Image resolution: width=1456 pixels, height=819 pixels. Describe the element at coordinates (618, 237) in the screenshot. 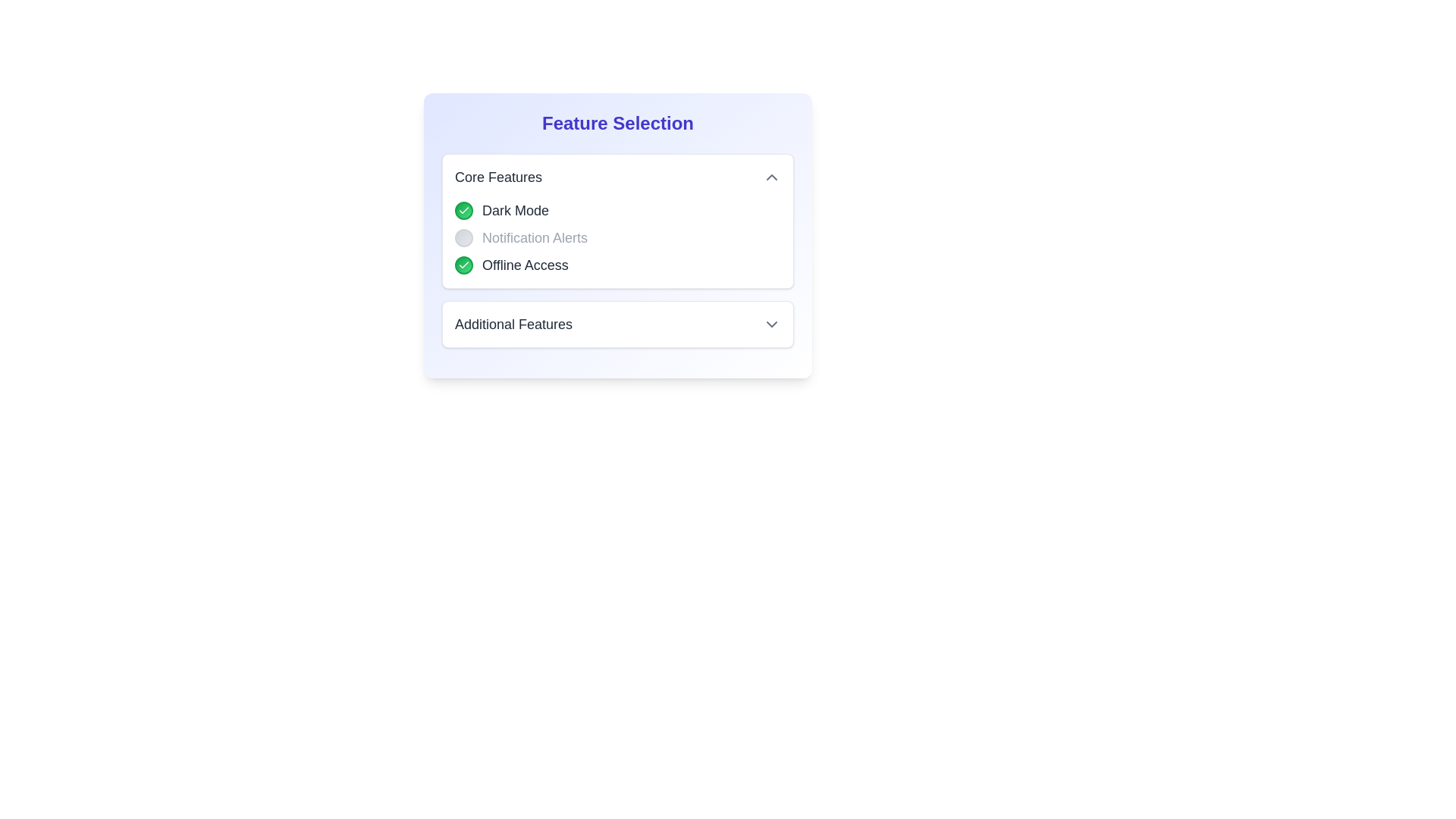

I see `the second item in the feature selection list under 'Core Features'` at that location.